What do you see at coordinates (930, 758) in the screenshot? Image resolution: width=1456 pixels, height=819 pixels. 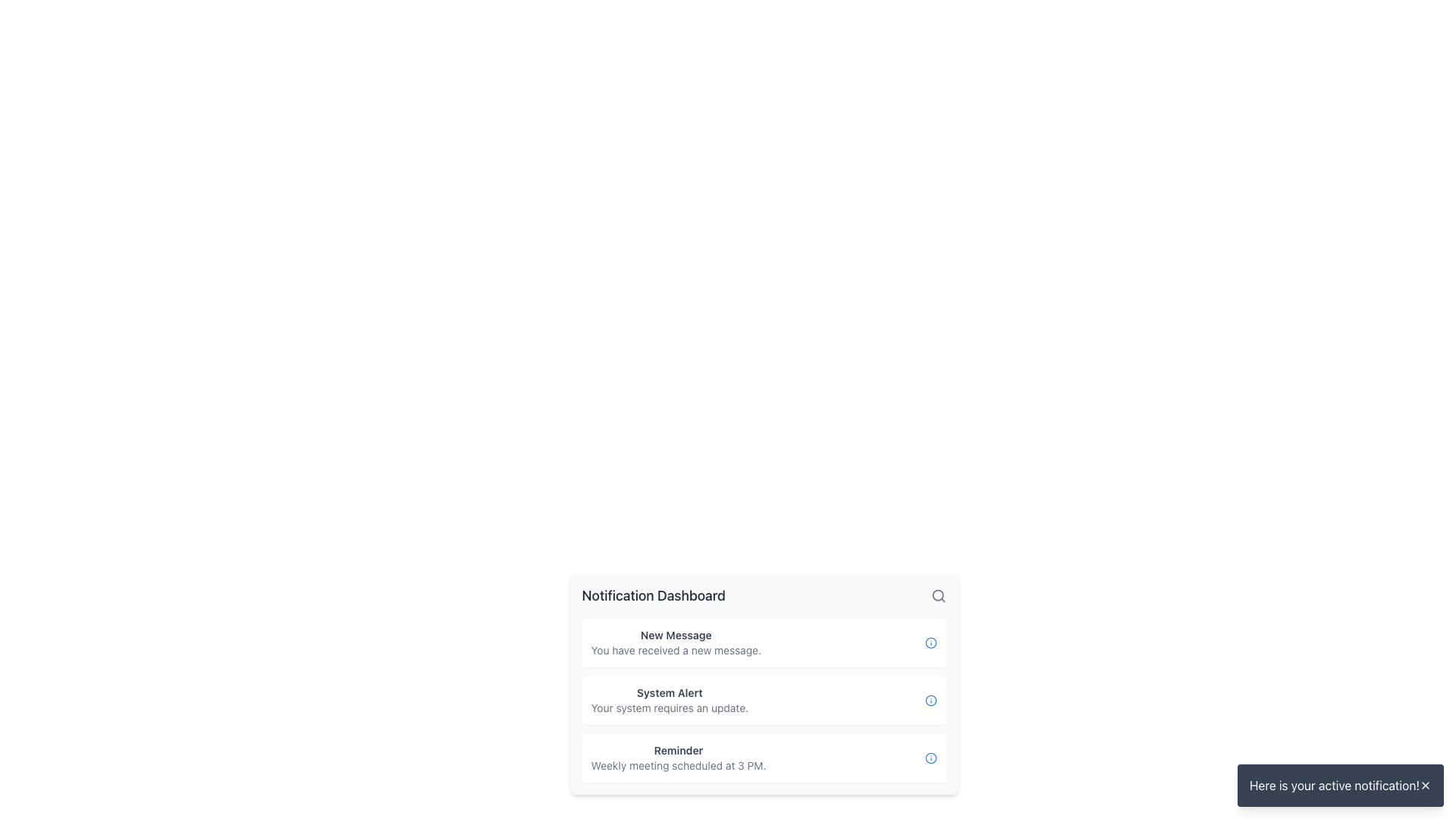 I see `the information icon located at the far-right side of the 'Reminder' notification box` at bounding box center [930, 758].